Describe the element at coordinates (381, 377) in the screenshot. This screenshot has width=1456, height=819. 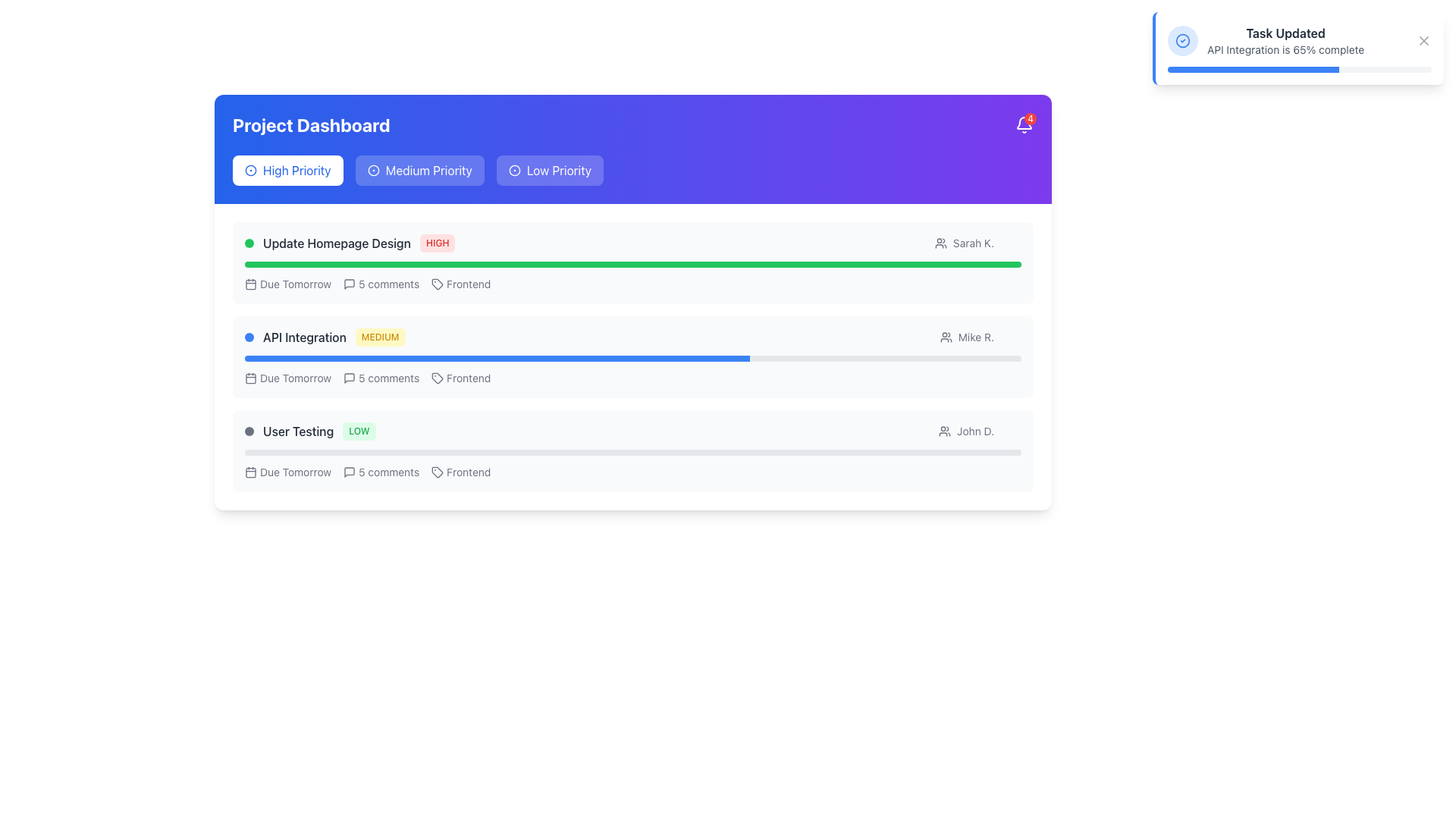
I see `the comment indicator label, which consists of a chat bubble icon and the text '5 comments'` at that location.